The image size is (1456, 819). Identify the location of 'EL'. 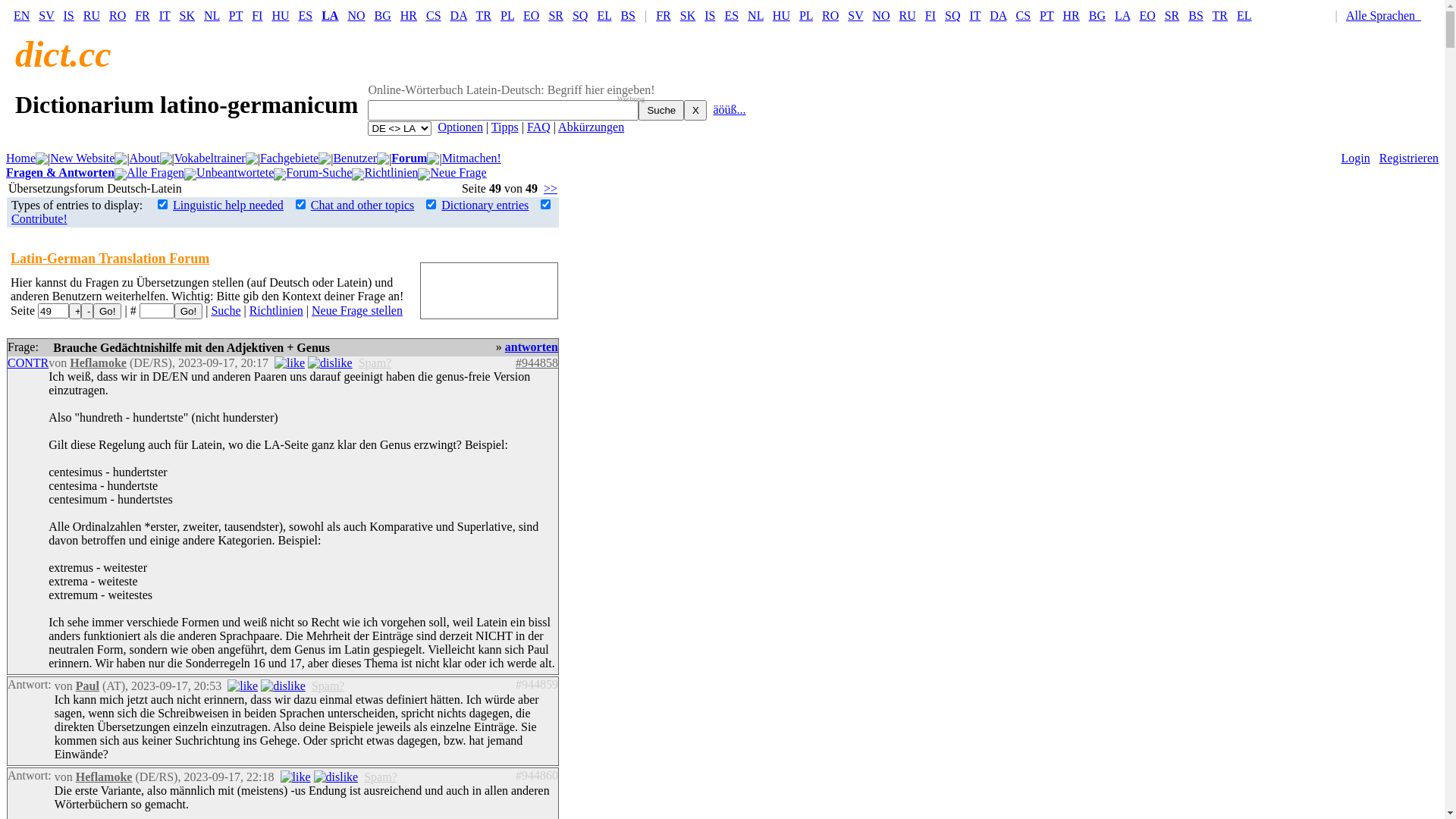
(603, 15).